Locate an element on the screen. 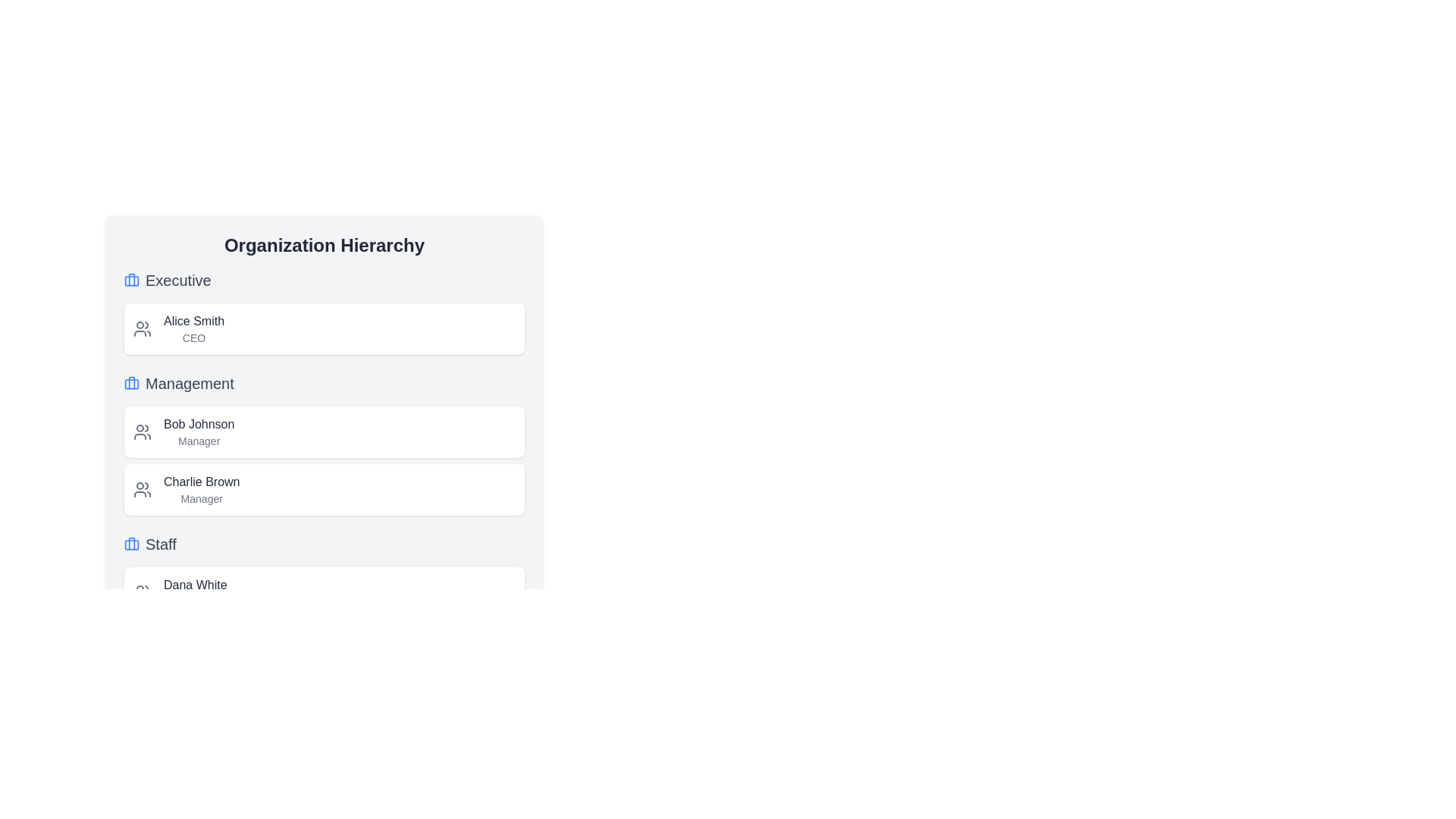  any clickable components within the 'Staff' section, which is located at the bottom of the organizational hierarchy below 'Executive' and 'Management' is located at coordinates (323, 604).